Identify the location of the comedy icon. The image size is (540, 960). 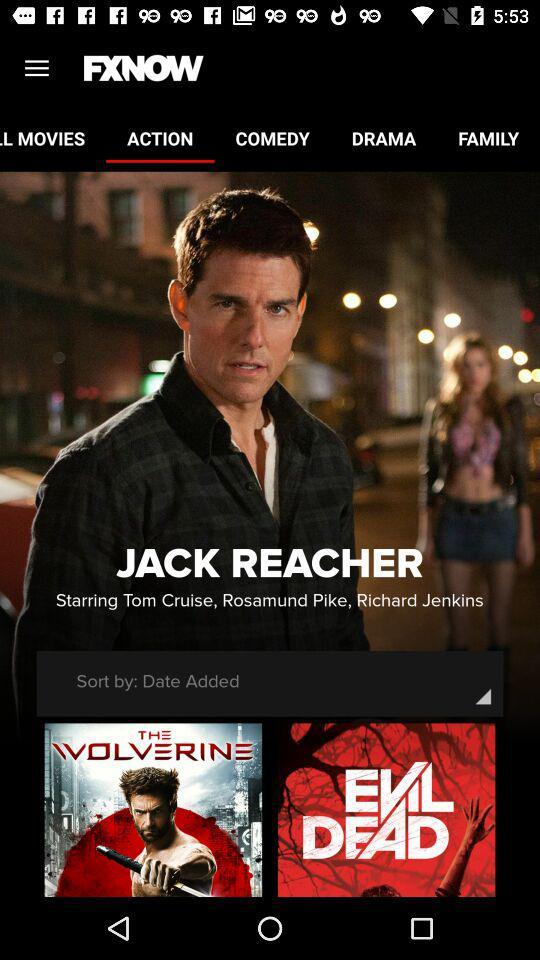
(271, 137).